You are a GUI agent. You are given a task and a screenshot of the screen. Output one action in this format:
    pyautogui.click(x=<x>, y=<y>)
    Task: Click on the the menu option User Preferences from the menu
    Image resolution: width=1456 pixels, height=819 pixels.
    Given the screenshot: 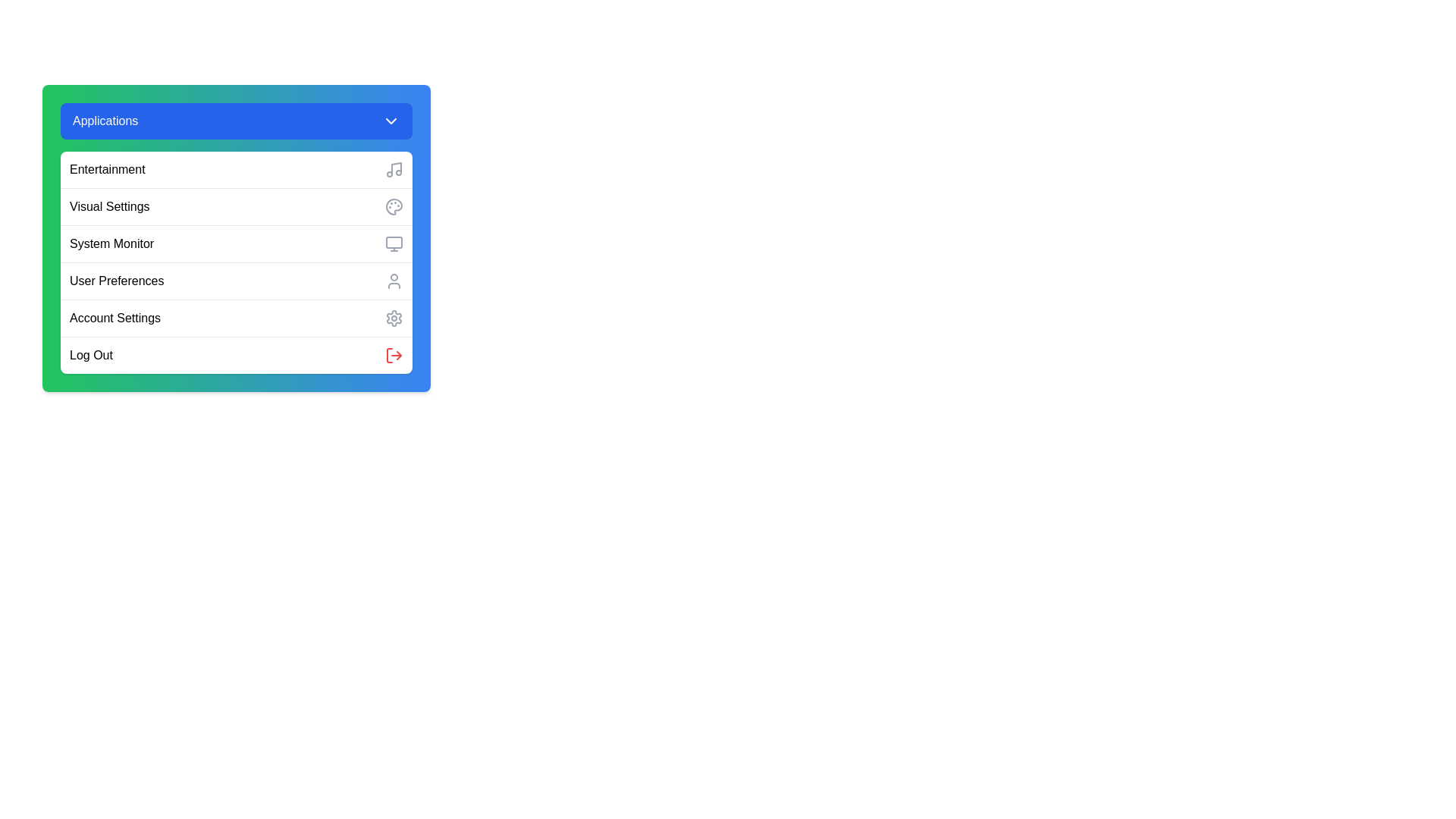 What is the action you would take?
    pyautogui.click(x=236, y=281)
    